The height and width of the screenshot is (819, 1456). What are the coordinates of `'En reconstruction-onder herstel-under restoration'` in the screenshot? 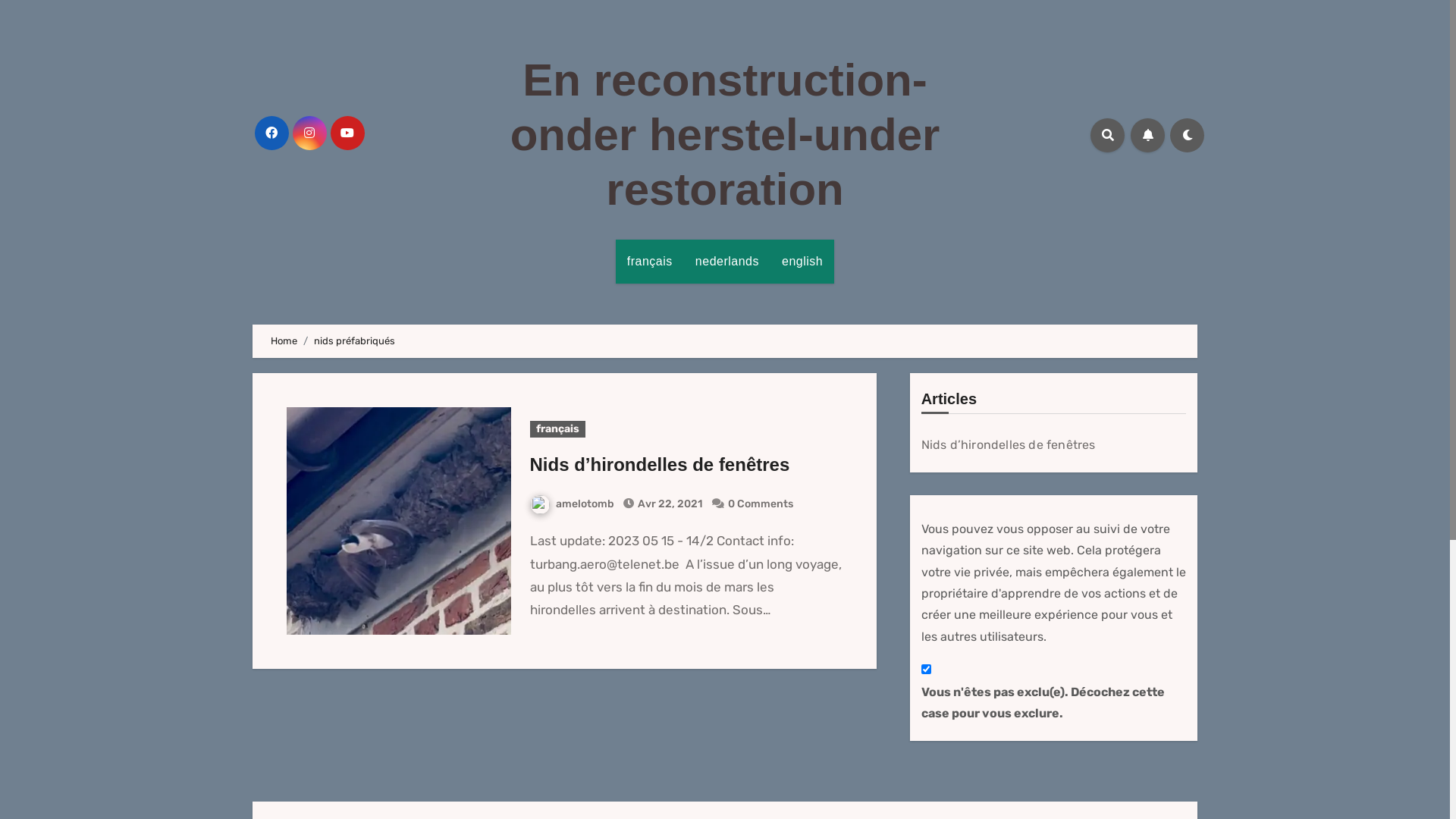 It's located at (724, 133).